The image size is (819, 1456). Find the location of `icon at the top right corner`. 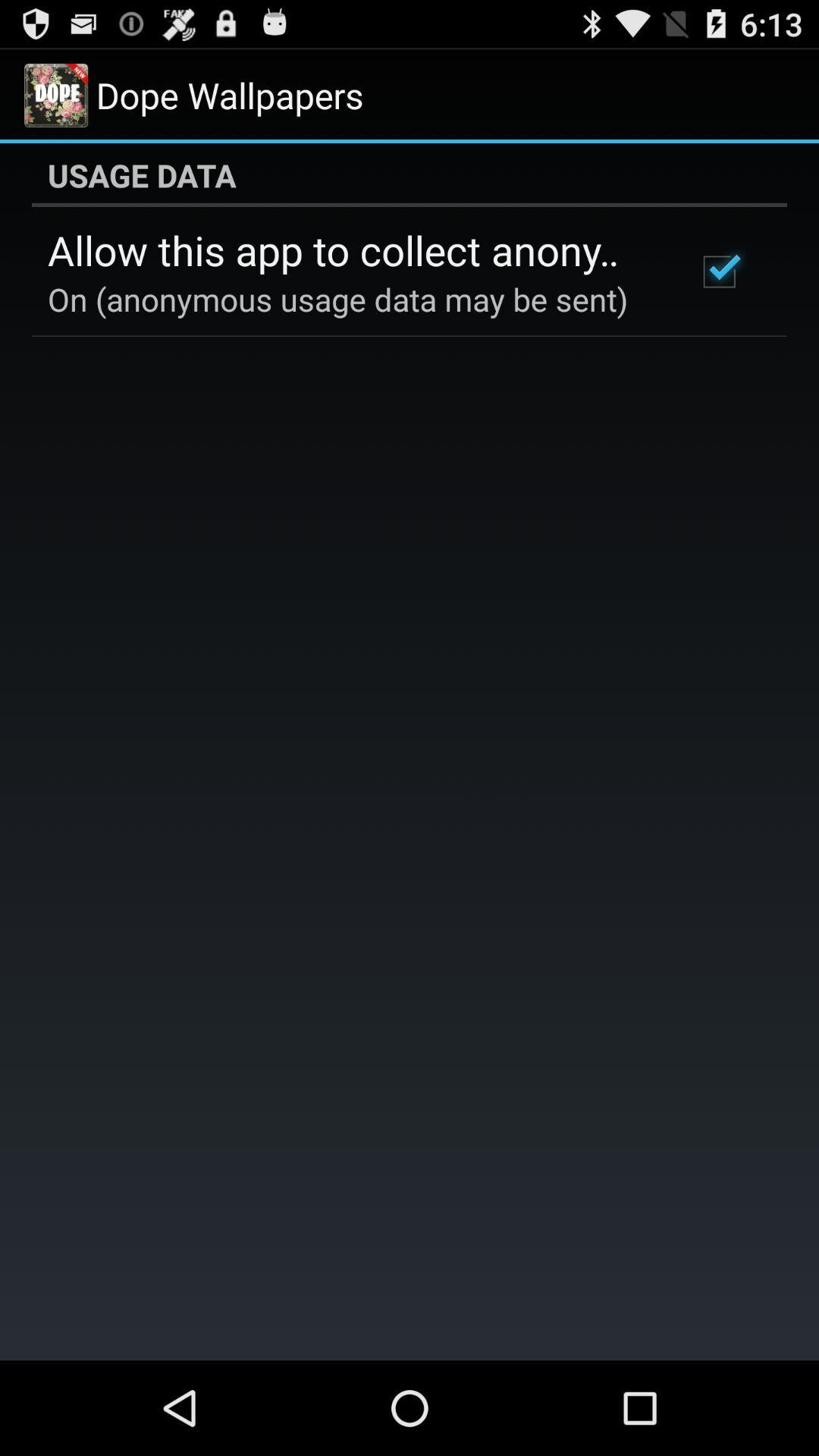

icon at the top right corner is located at coordinates (718, 271).